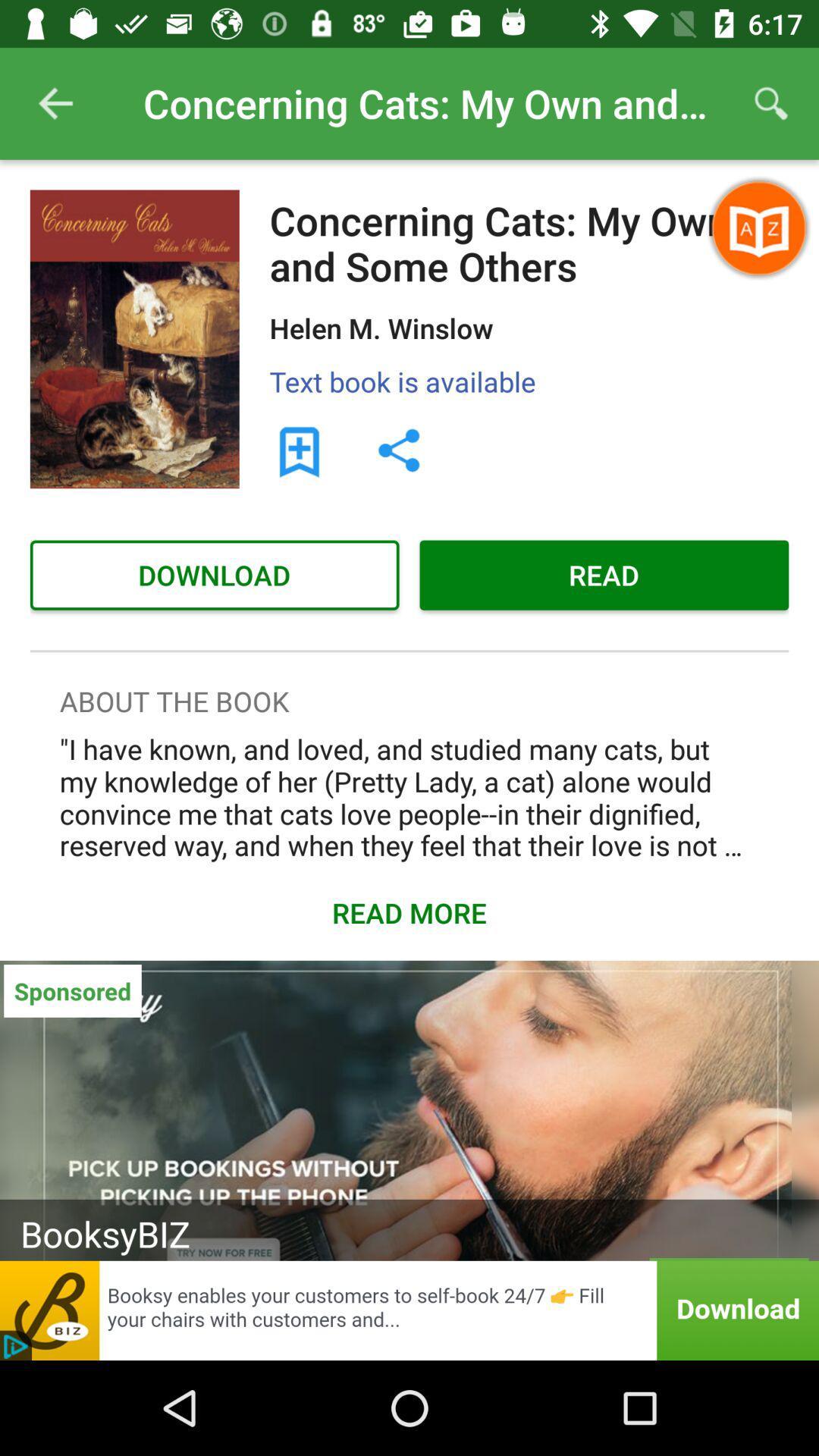 This screenshot has width=819, height=1456. Describe the element at coordinates (419, 460) in the screenshot. I see `the share icon` at that location.